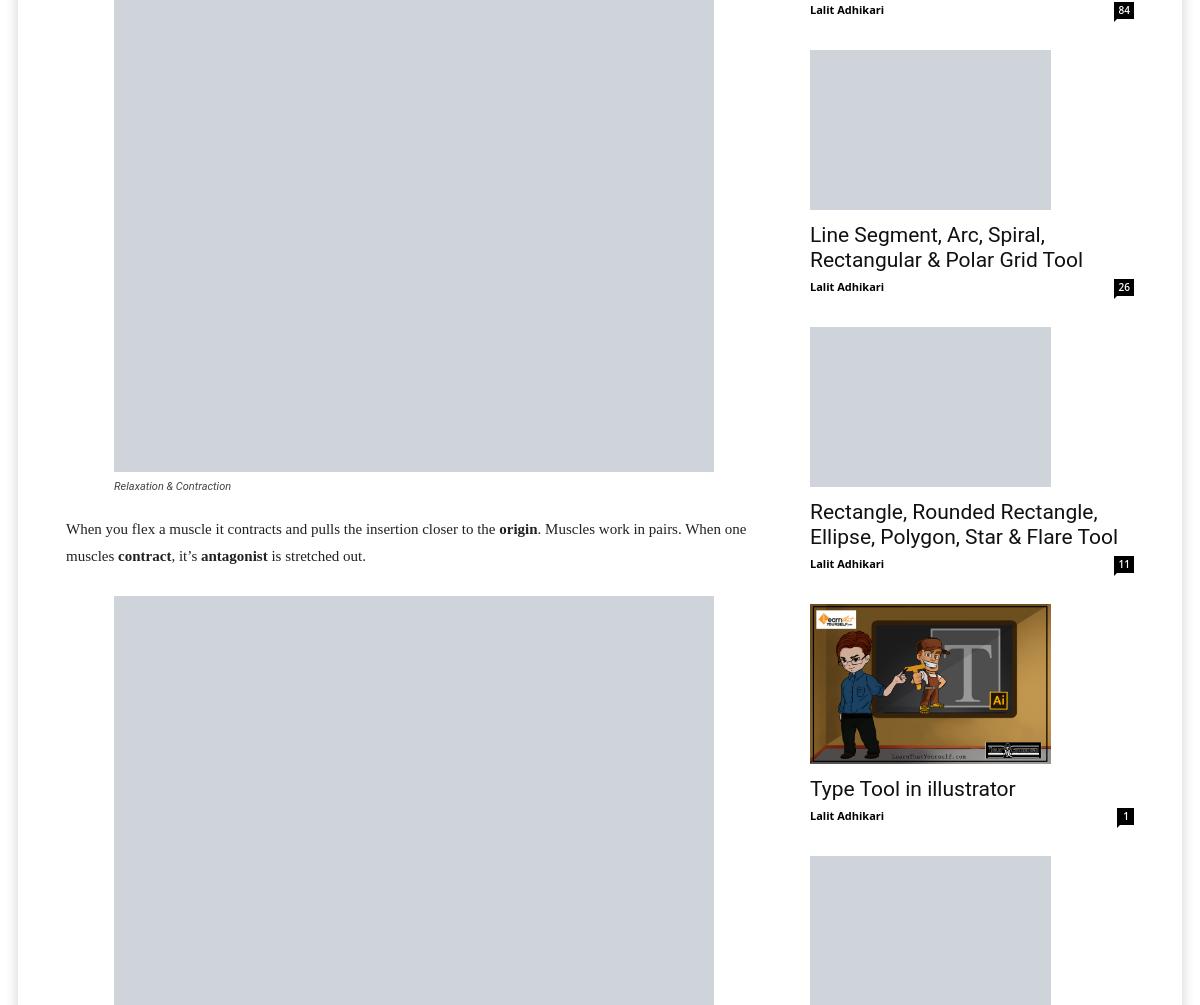 This screenshot has height=1005, width=1200. I want to click on '. Muscles work in pairs. When one muscles', so click(405, 541).